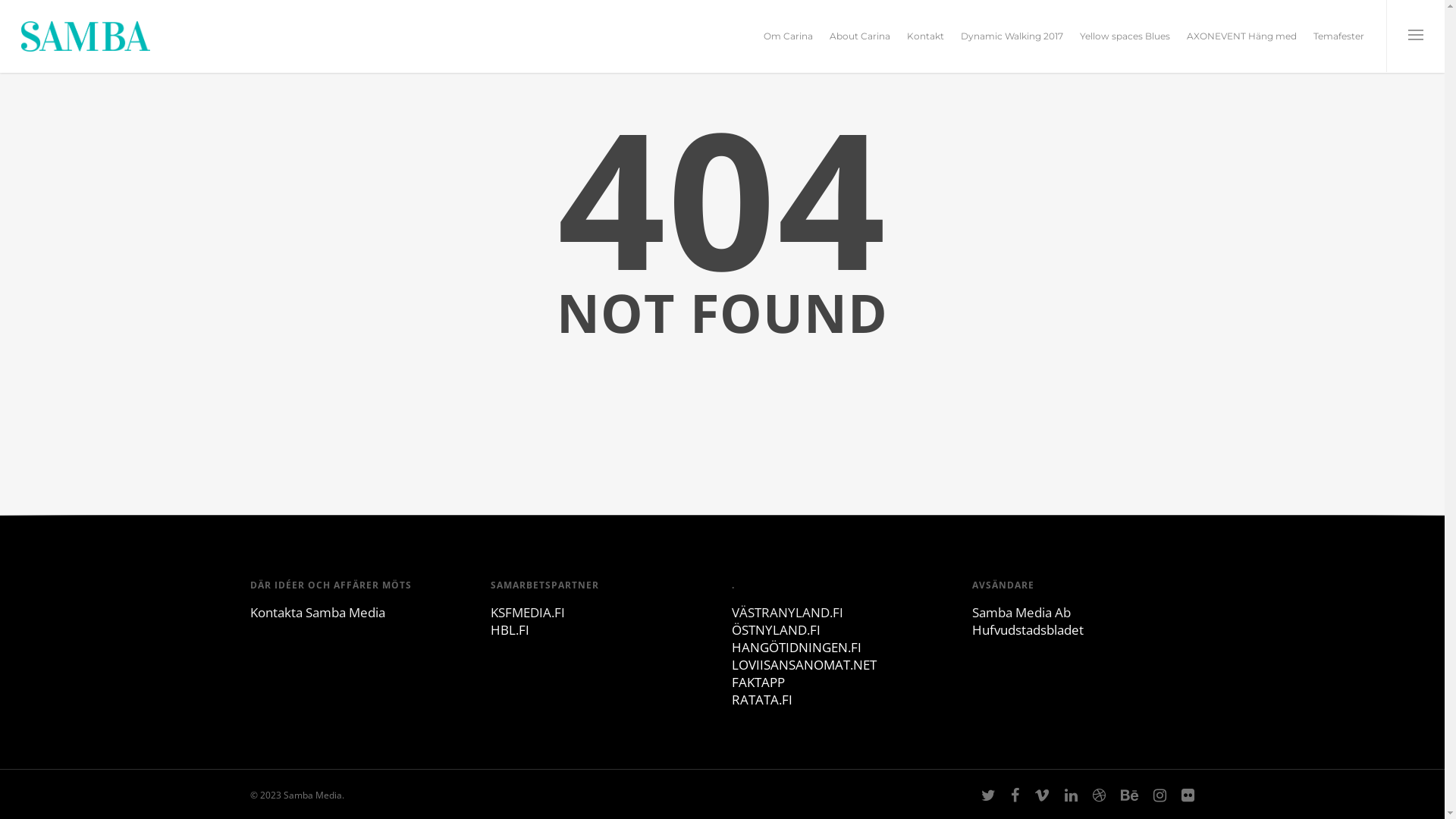  Describe the element at coordinates (758, 681) in the screenshot. I see `'FAKTAPP'` at that location.